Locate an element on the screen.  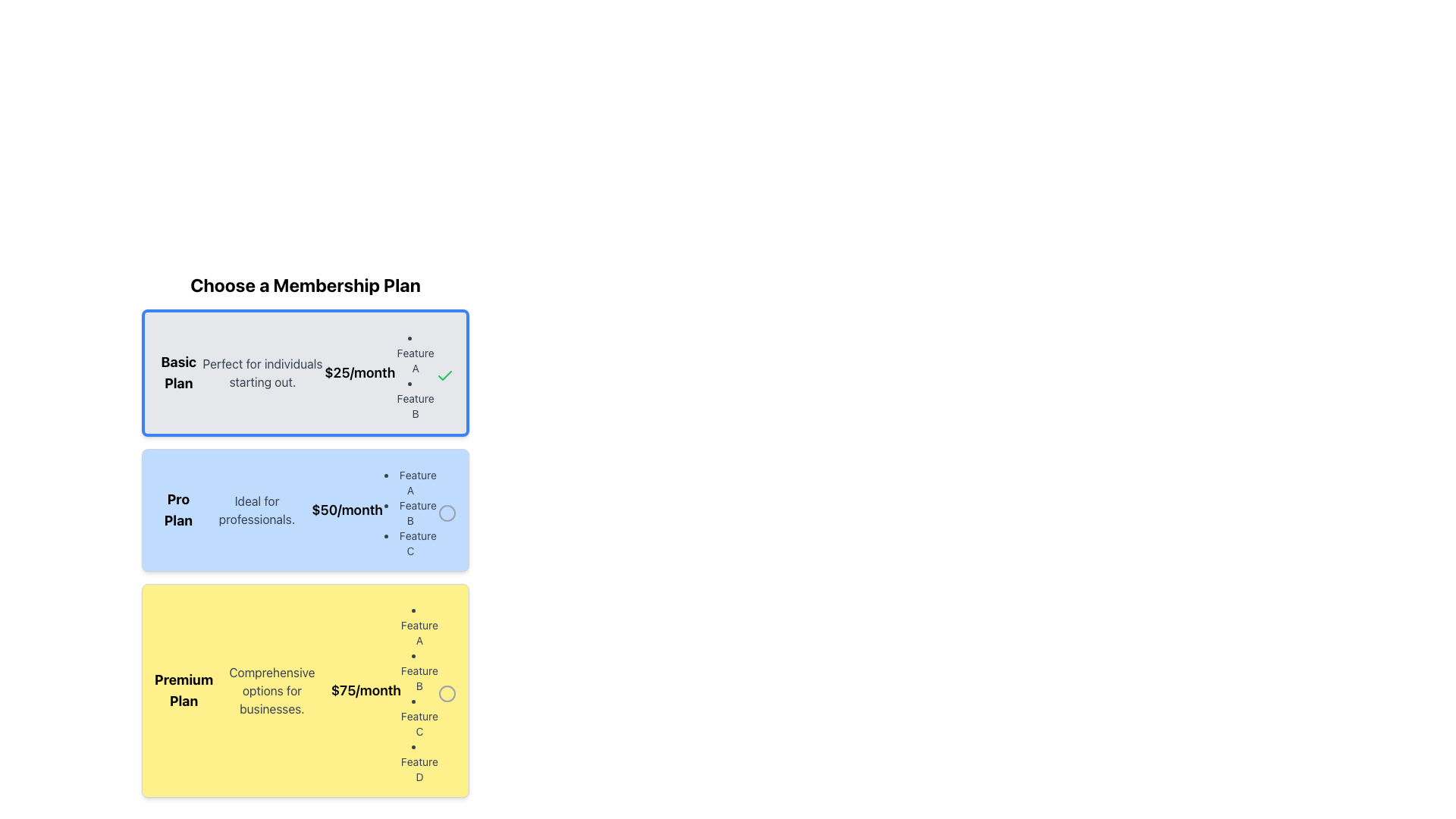
the 'Feature D' text label, which is the fourth item in the vertically arranged list of features in the 'Premium Plan' section is located at coordinates (419, 762).